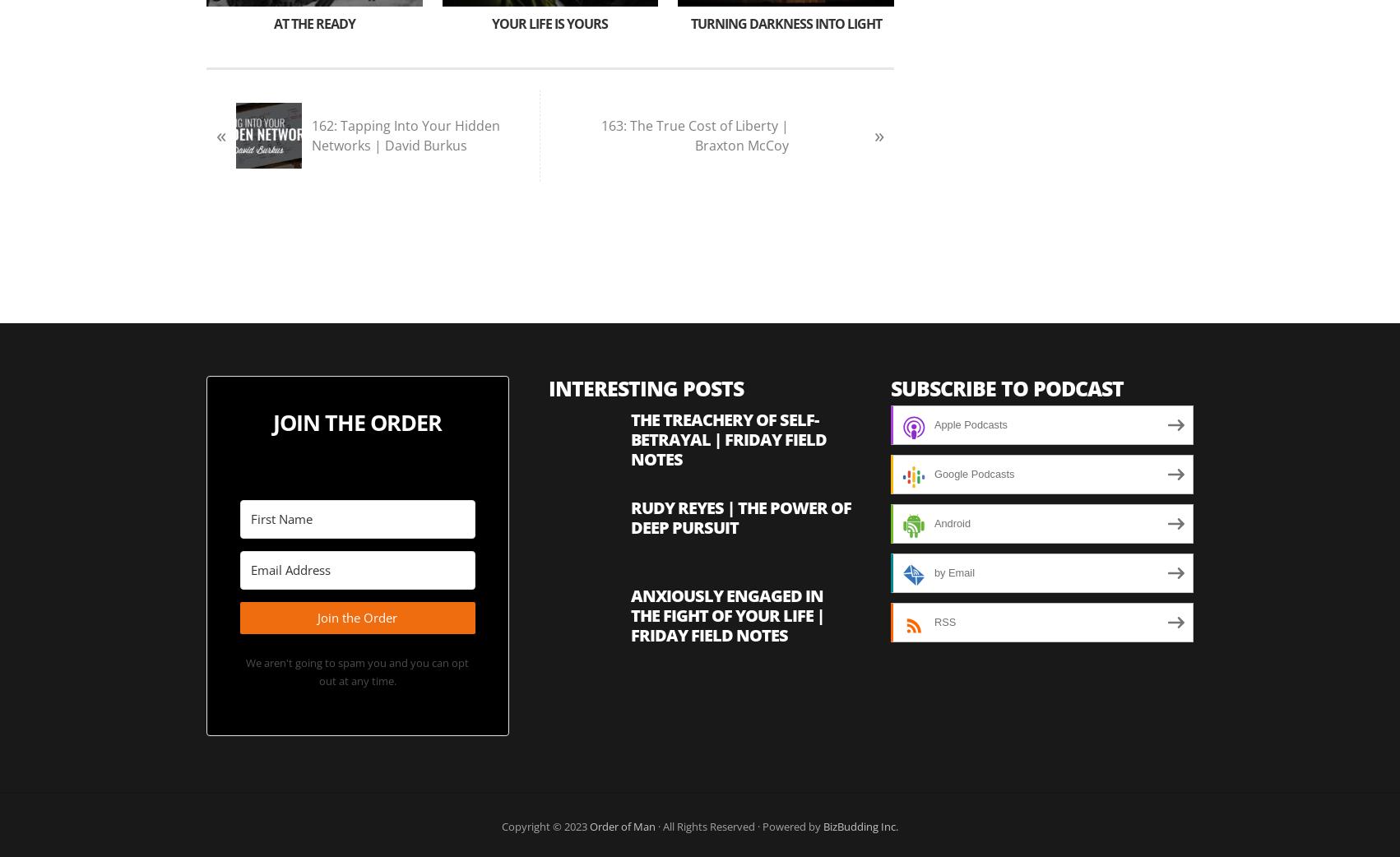 This screenshot has height=857, width=1400. I want to click on 'by Email', so click(934, 572).